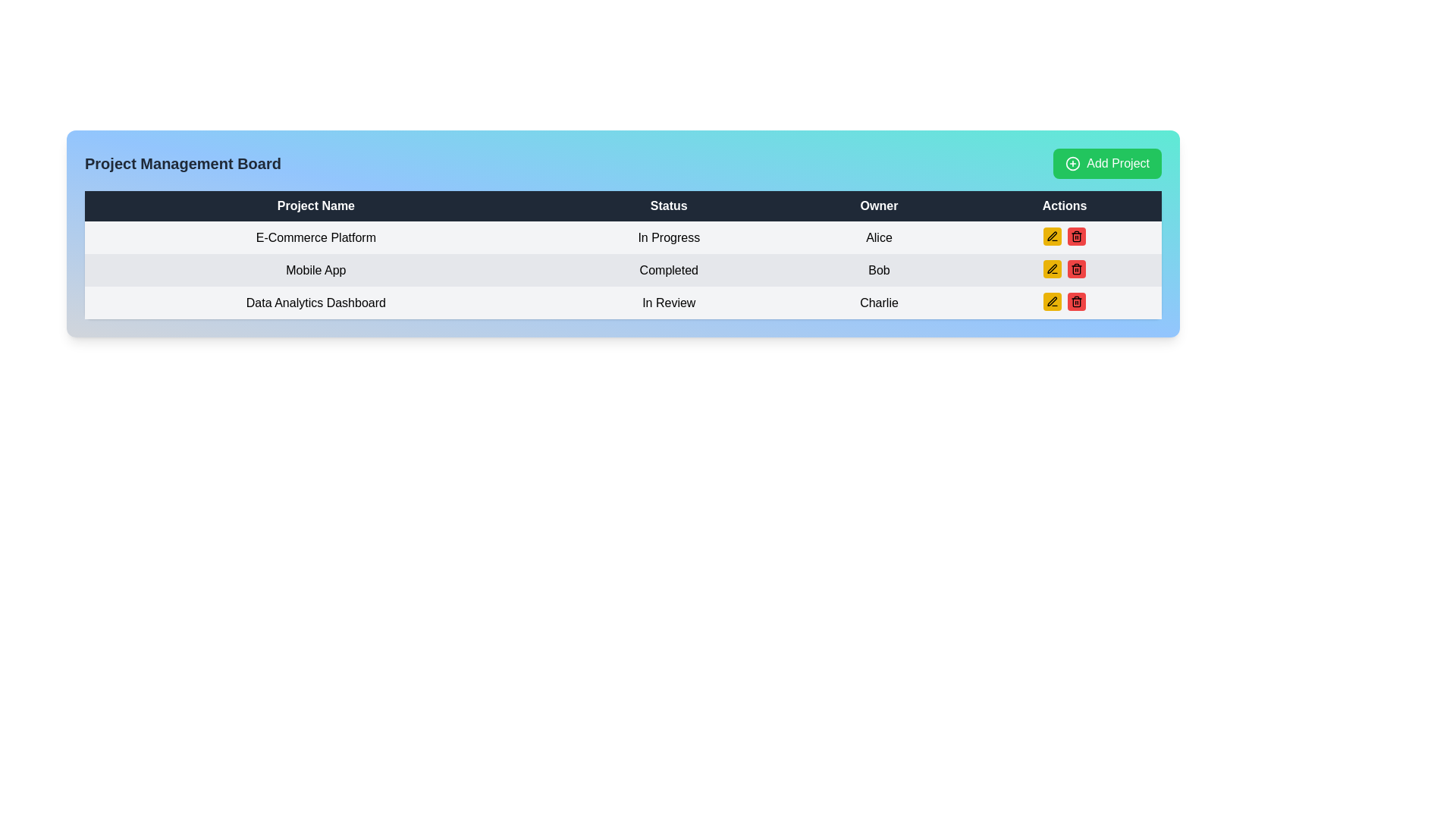  What do you see at coordinates (315, 237) in the screenshot?
I see `the text label displaying the title of the project, which is located in the first row under the 'Project Name' column in the table interface` at bounding box center [315, 237].